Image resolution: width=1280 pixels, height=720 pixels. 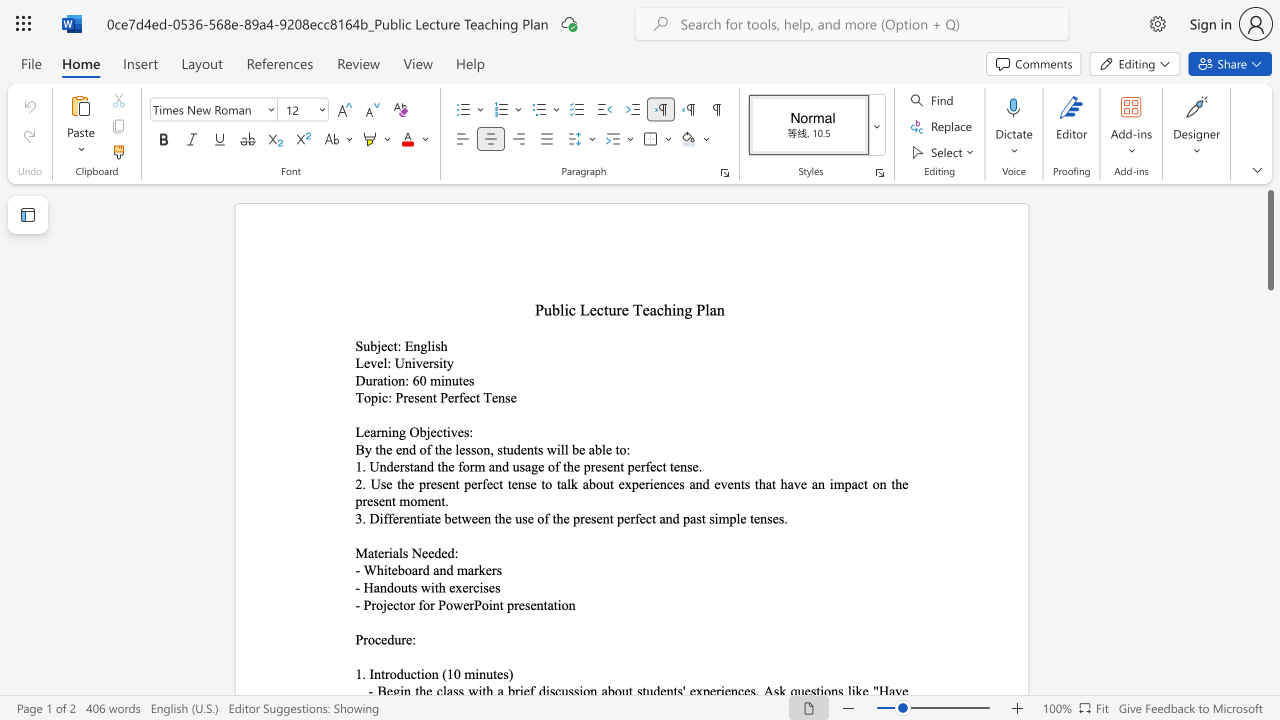 What do you see at coordinates (445, 674) in the screenshot?
I see `the subset text "10 minut" within the text "1. Introduction (10 minutes)"` at bounding box center [445, 674].